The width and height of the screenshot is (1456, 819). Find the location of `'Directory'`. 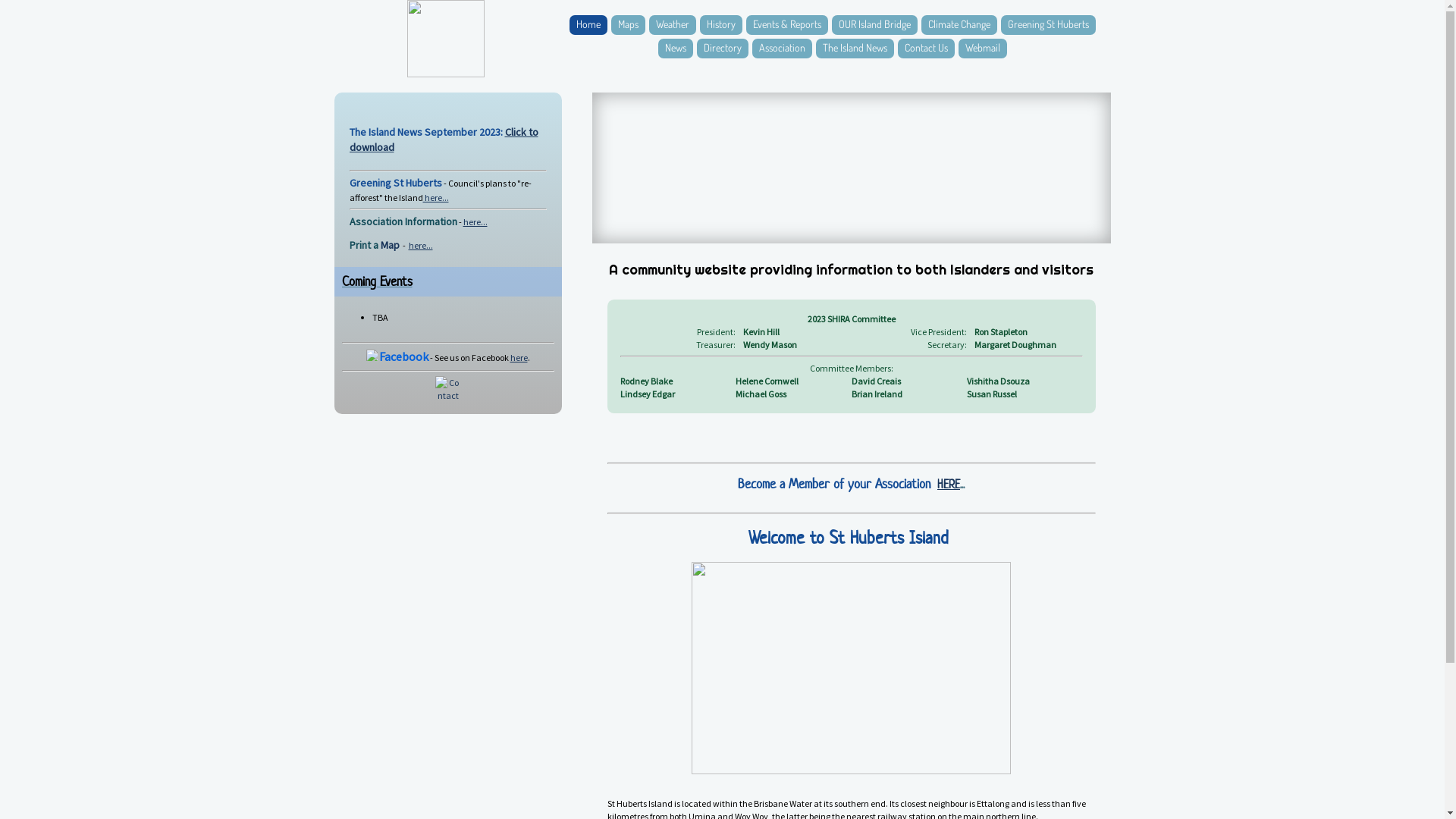

'Directory' is located at coordinates (695, 48).